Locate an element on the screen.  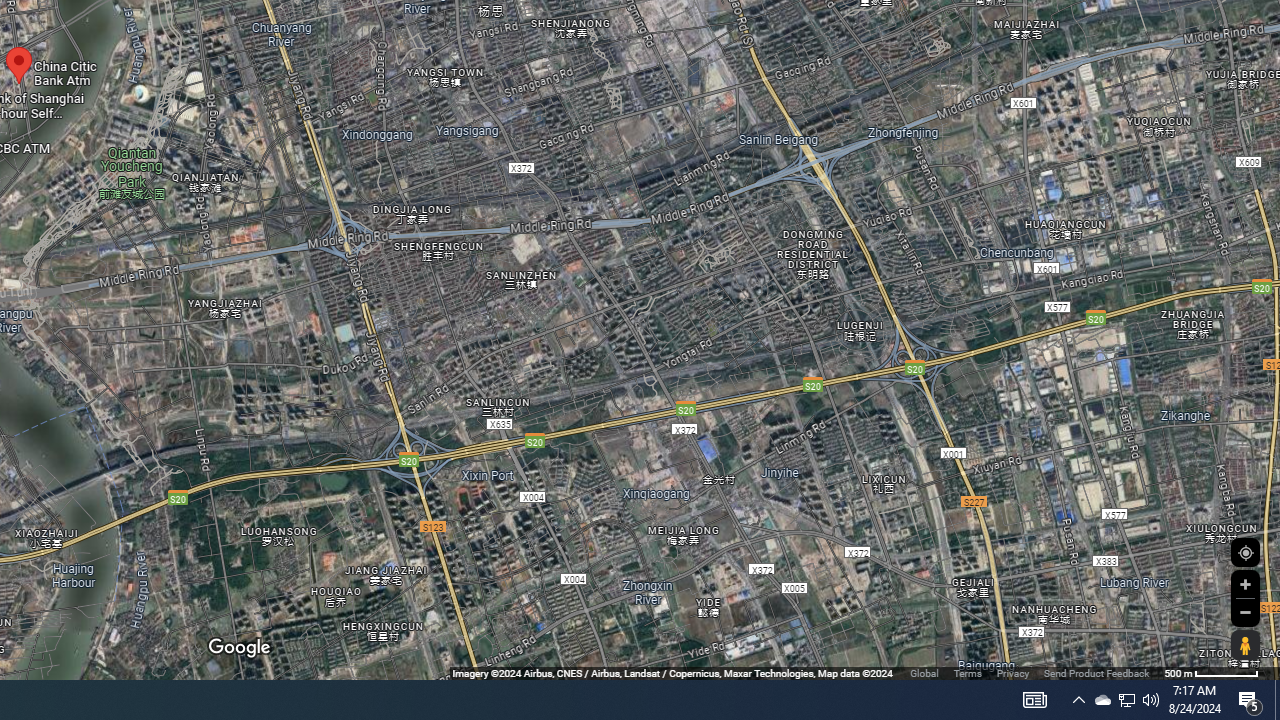
'Privacy' is located at coordinates (1013, 673).